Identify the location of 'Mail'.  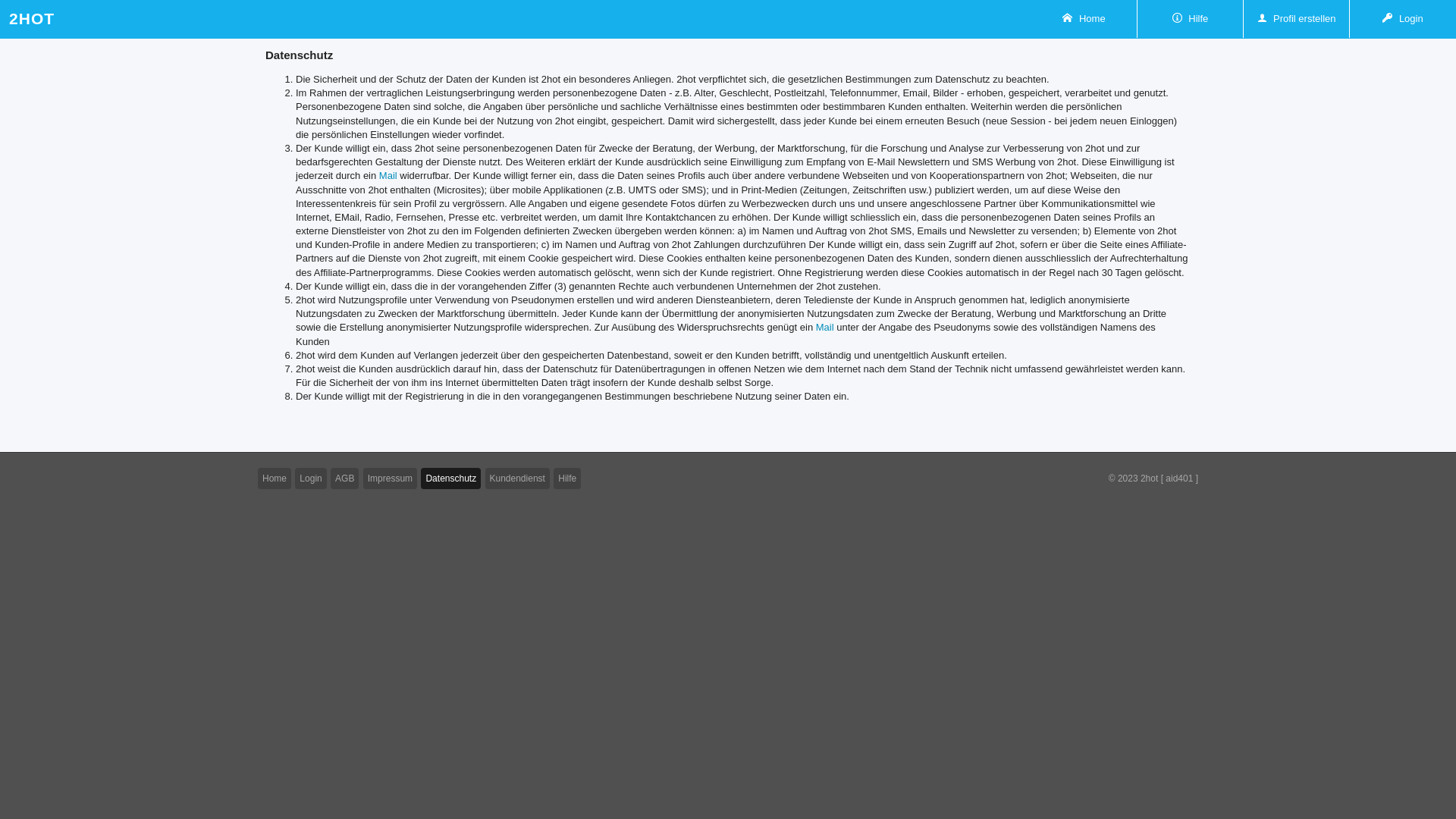
(824, 326).